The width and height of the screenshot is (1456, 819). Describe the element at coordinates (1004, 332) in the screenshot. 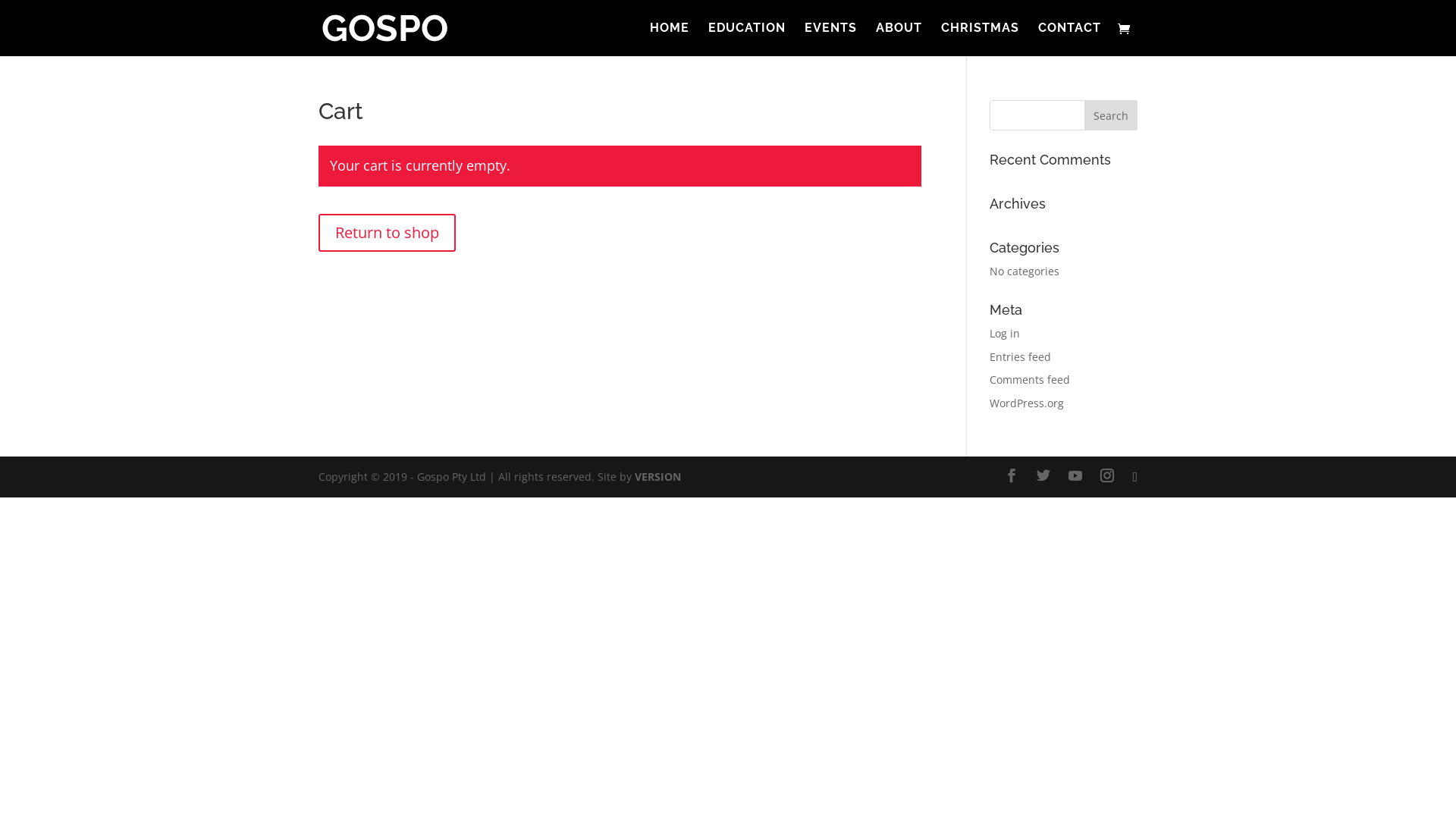

I see `'Log in'` at that location.